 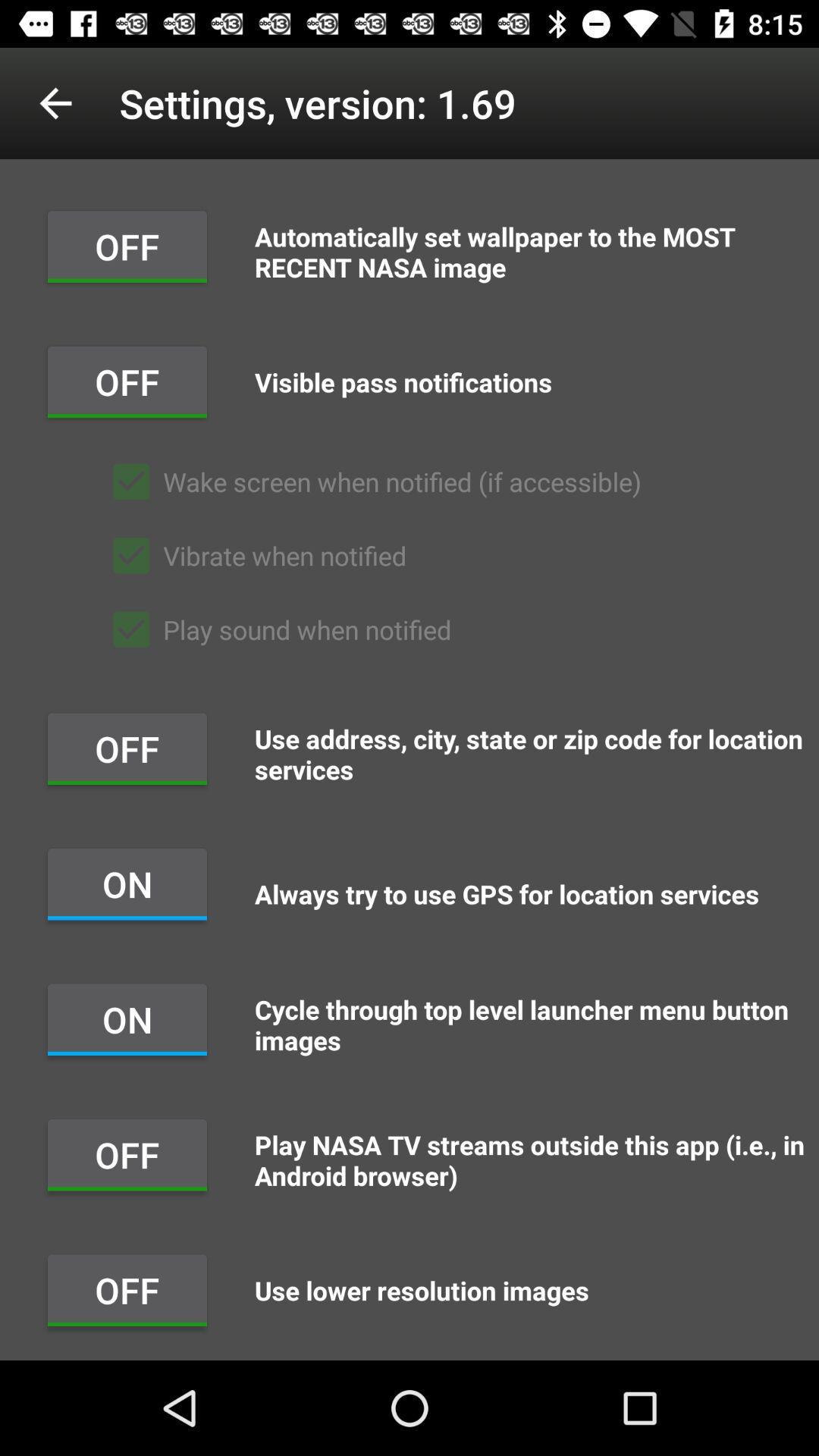 I want to click on the item below the off icon, so click(x=370, y=481).